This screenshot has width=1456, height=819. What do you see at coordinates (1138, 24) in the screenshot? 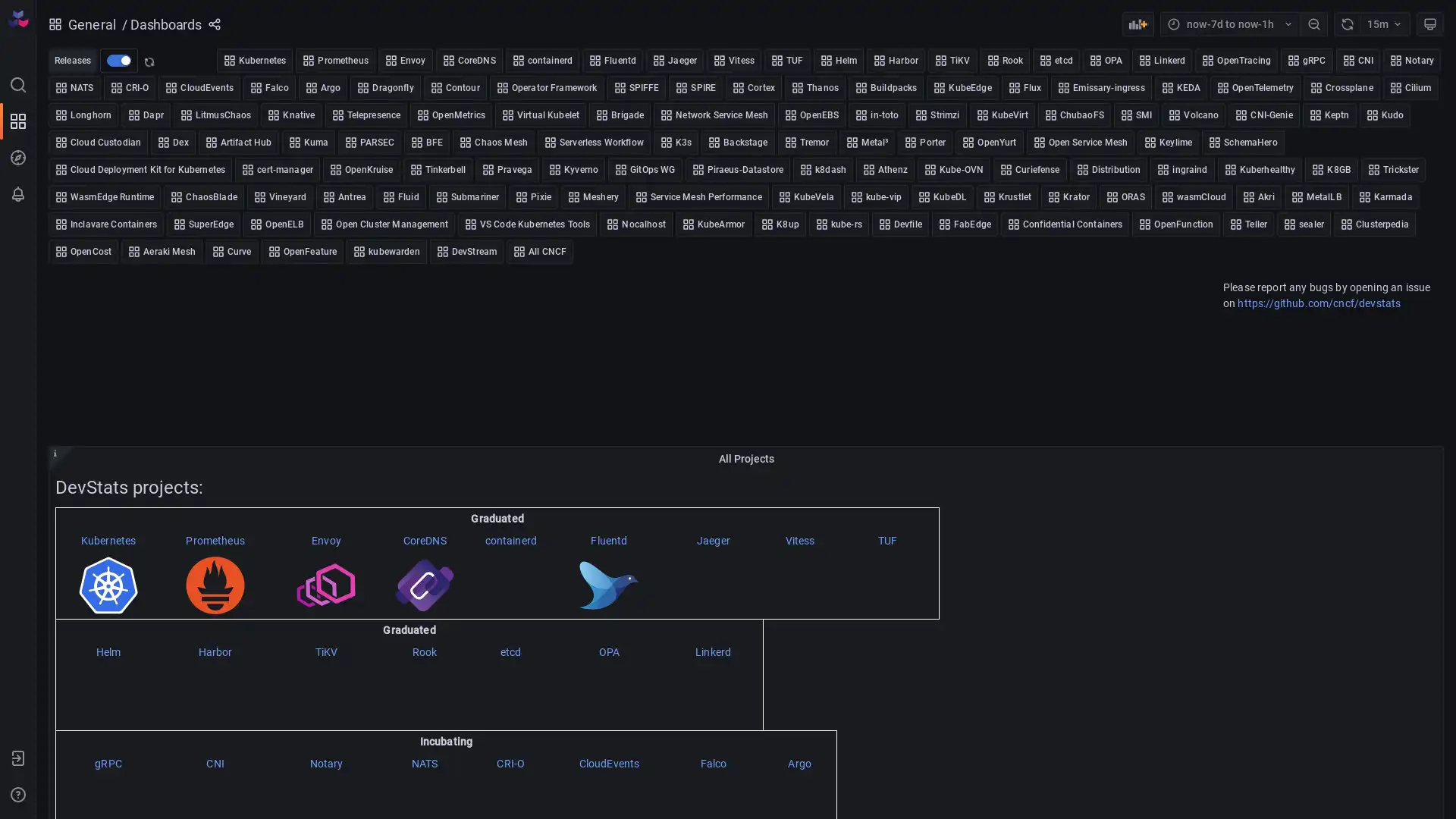
I see `Add panel` at bounding box center [1138, 24].